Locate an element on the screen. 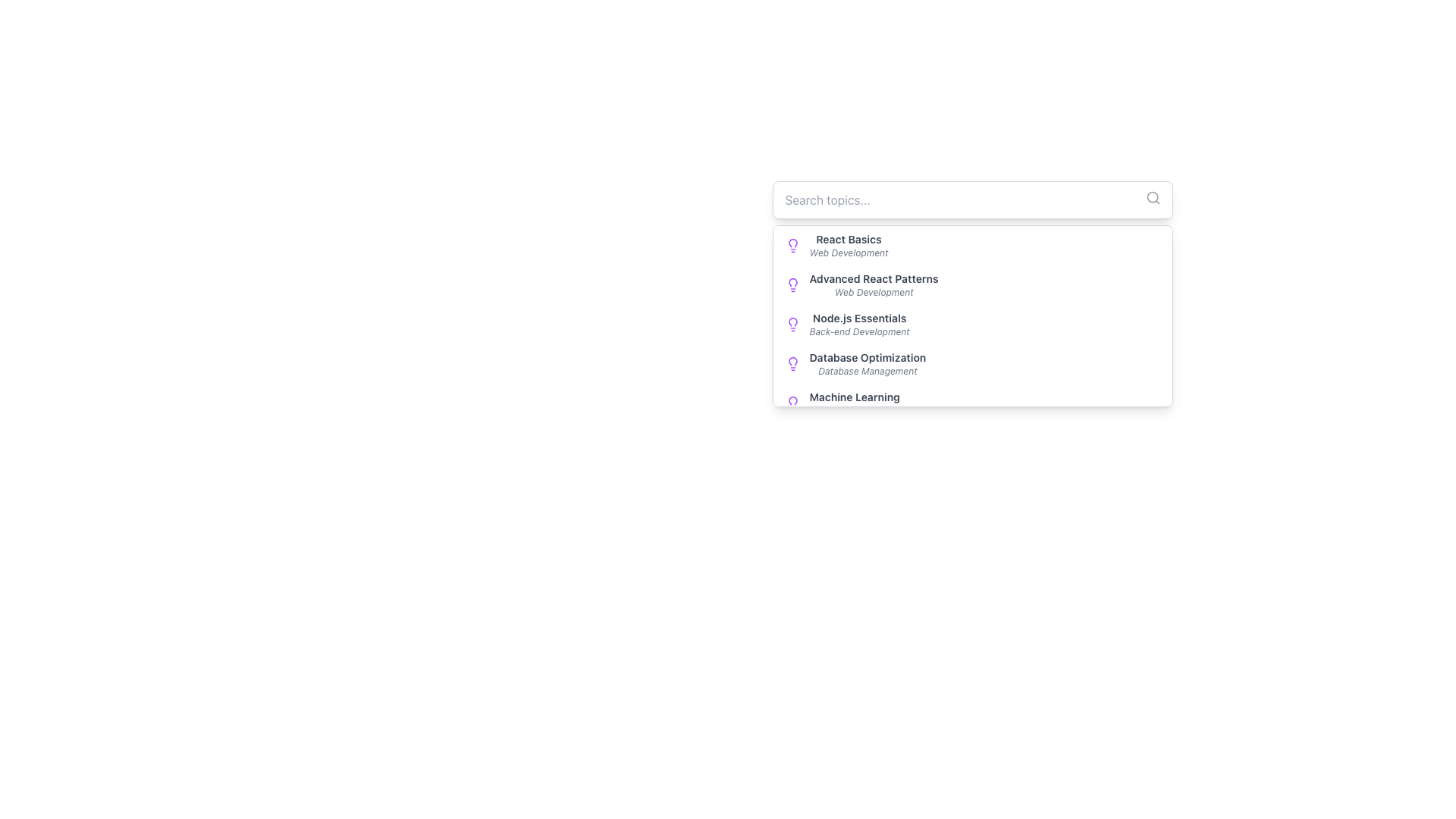 The height and width of the screenshot is (819, 1456). the 'React Basics' labeled option within the dropdown menu is located at coordinates (848, 245).